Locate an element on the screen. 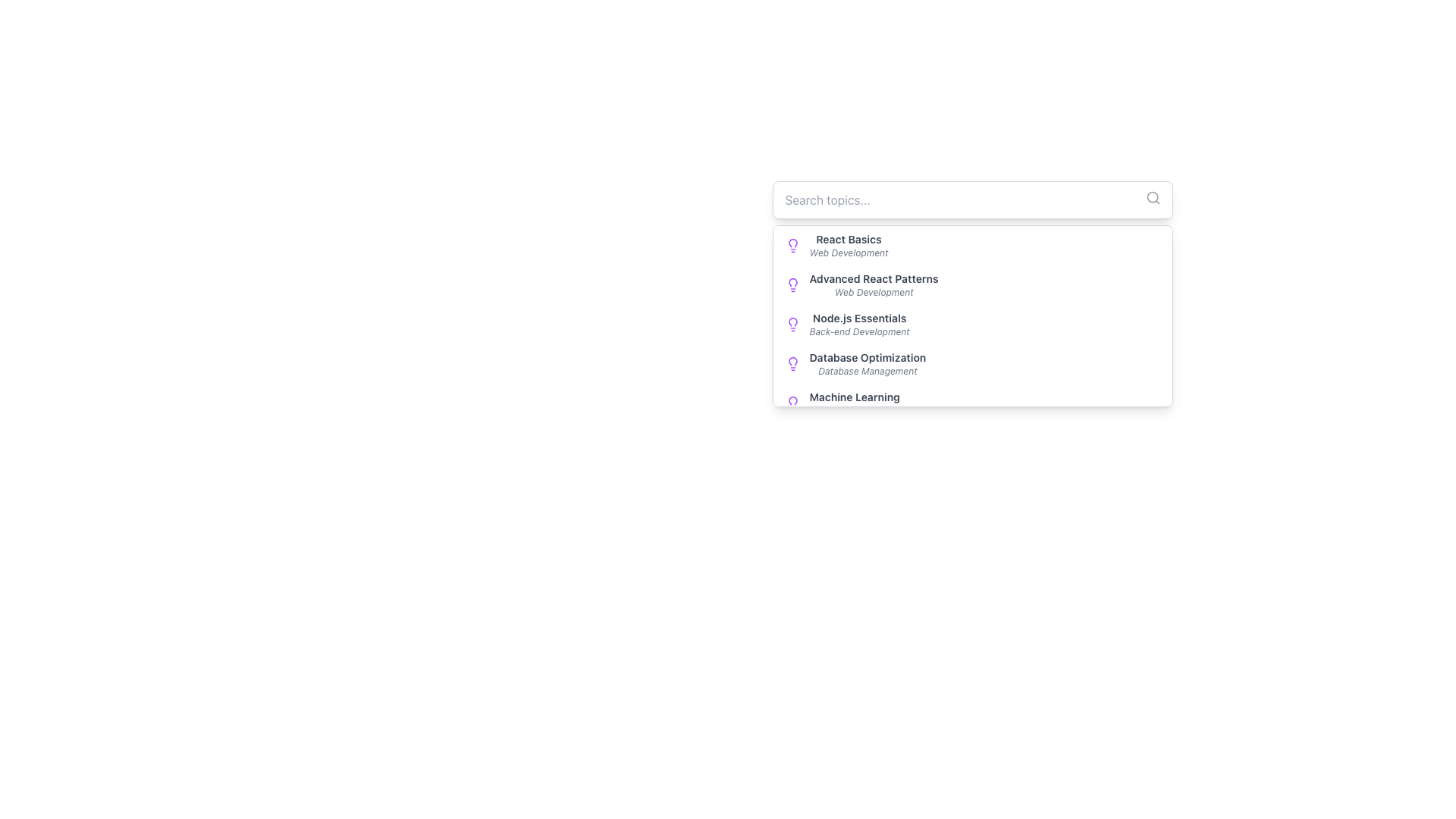 The height and width of the screenshot is (819, 1456). the 'React Basics' labeled option within the dropdown menu is located at coordinates (848, 245).